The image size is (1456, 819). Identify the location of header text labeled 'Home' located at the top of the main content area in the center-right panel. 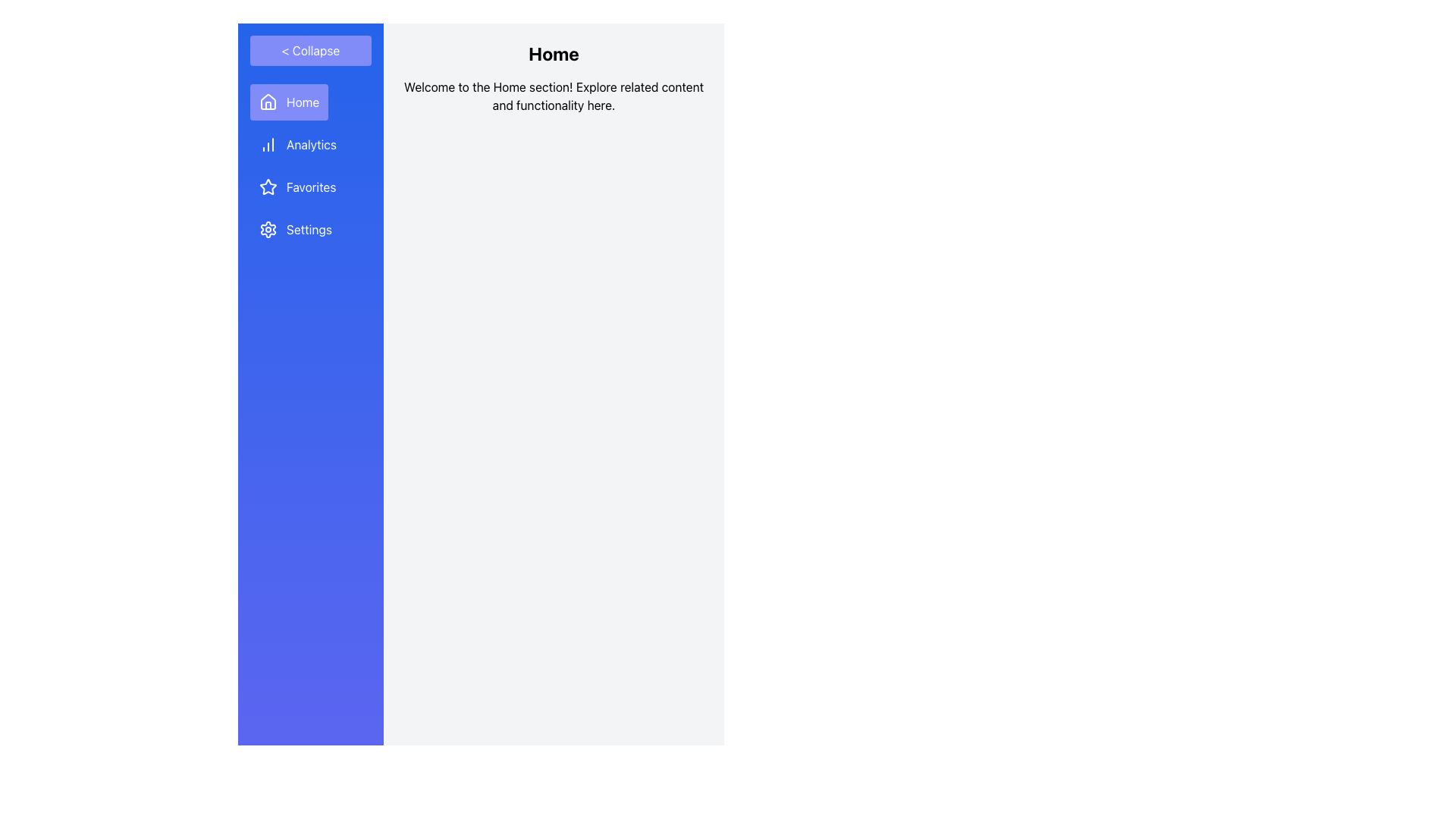
(553, 52).